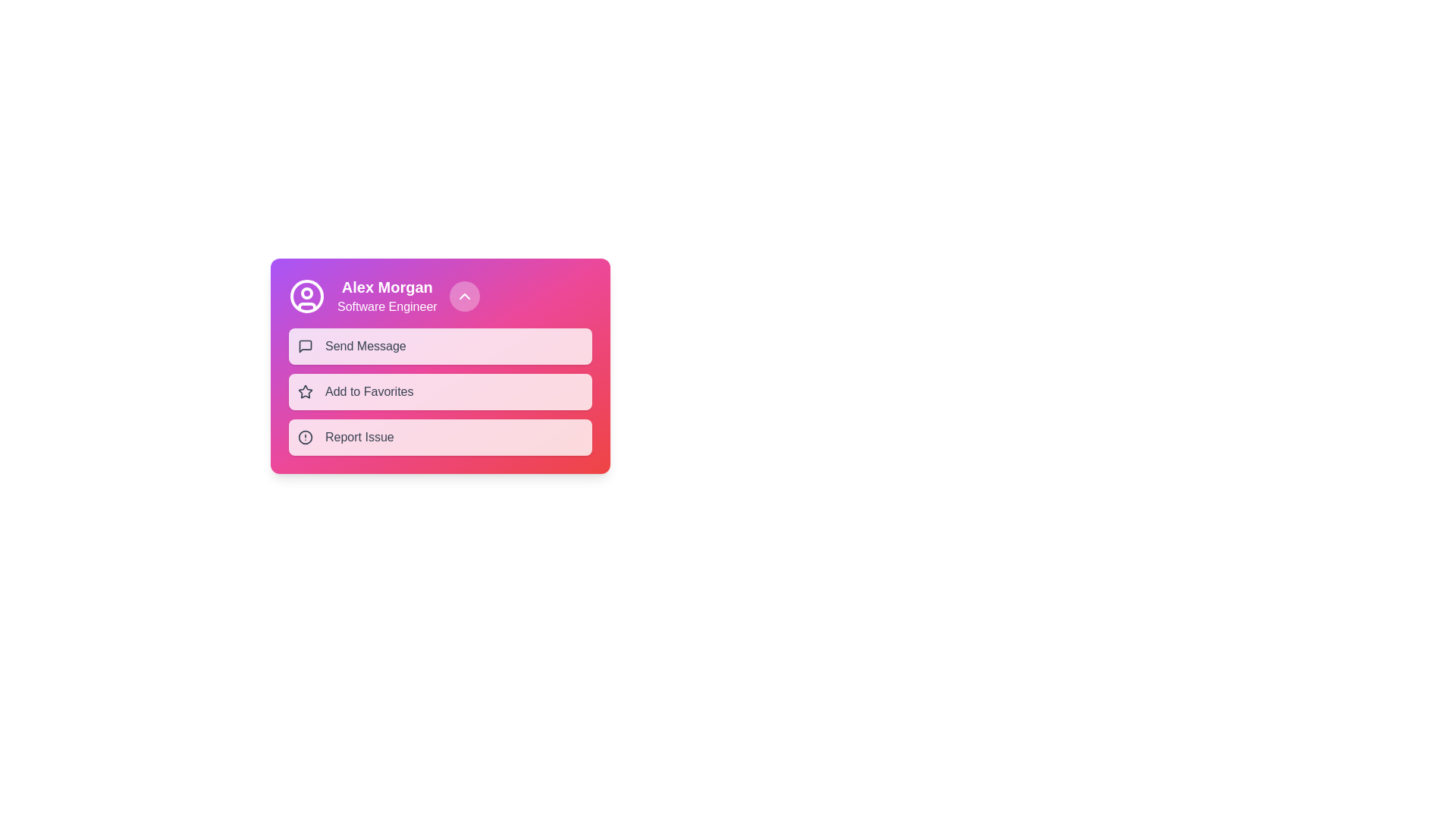 The image size is (1456, 819). I want to click on the Text Label that provides context for the 'Send Message' button, which is located to the immediate right of a speech bubble icon and is the first option in a list of three buttons, so click(366, 346).